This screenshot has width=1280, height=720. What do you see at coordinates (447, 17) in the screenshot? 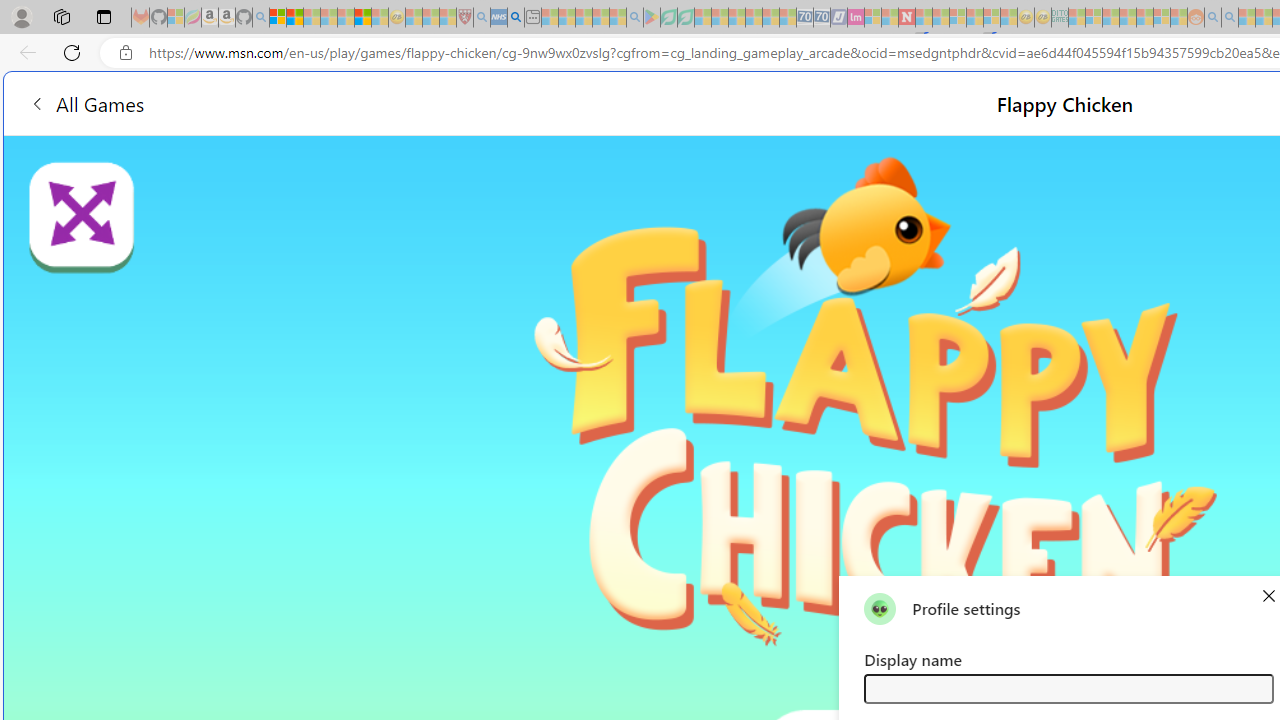
I see `'Local - MSN - Sleeping'` at bounding box center [447, 17].